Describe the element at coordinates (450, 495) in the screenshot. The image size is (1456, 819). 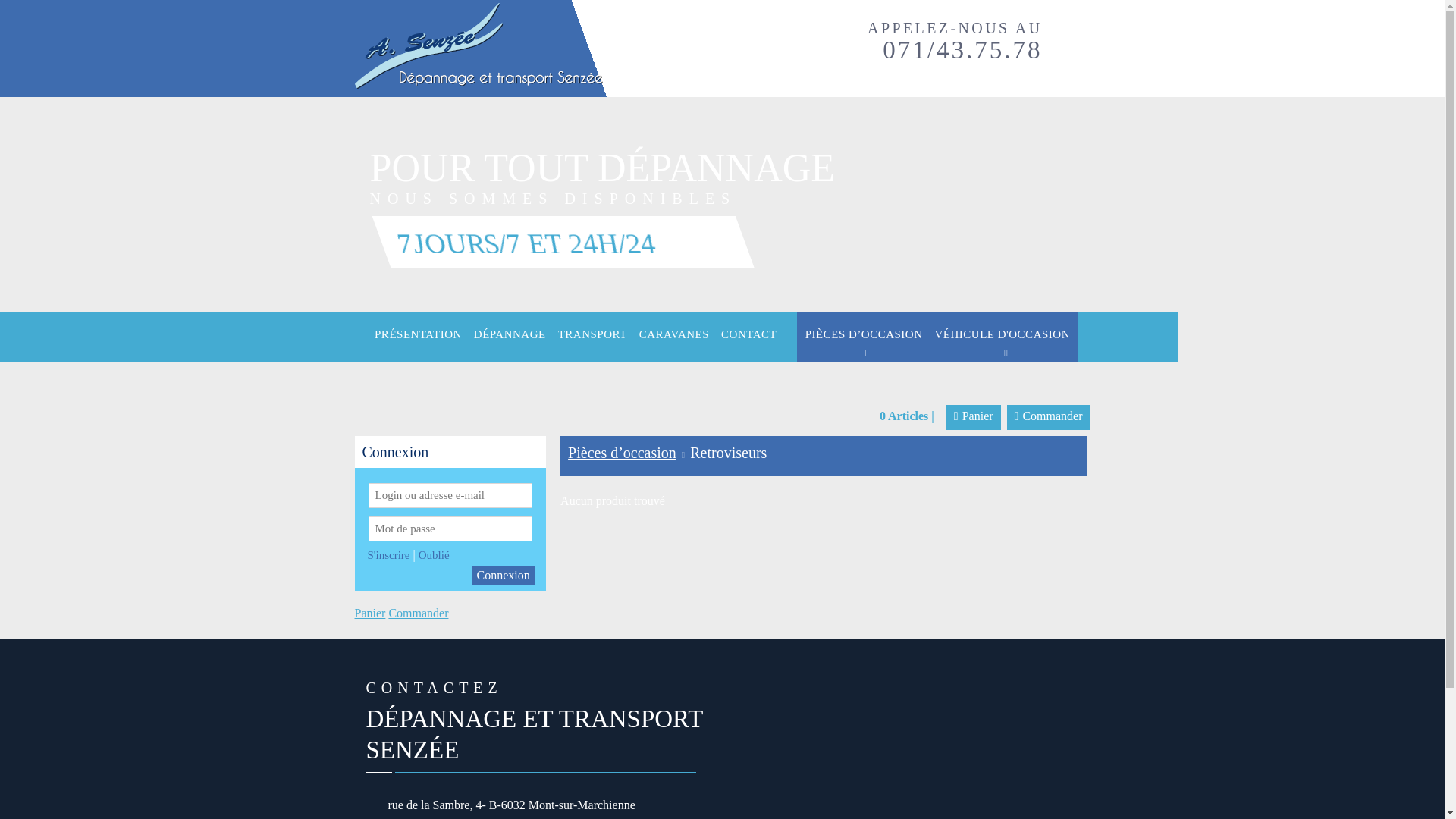
I see `'Login ou adresse e-mail'` at that location.